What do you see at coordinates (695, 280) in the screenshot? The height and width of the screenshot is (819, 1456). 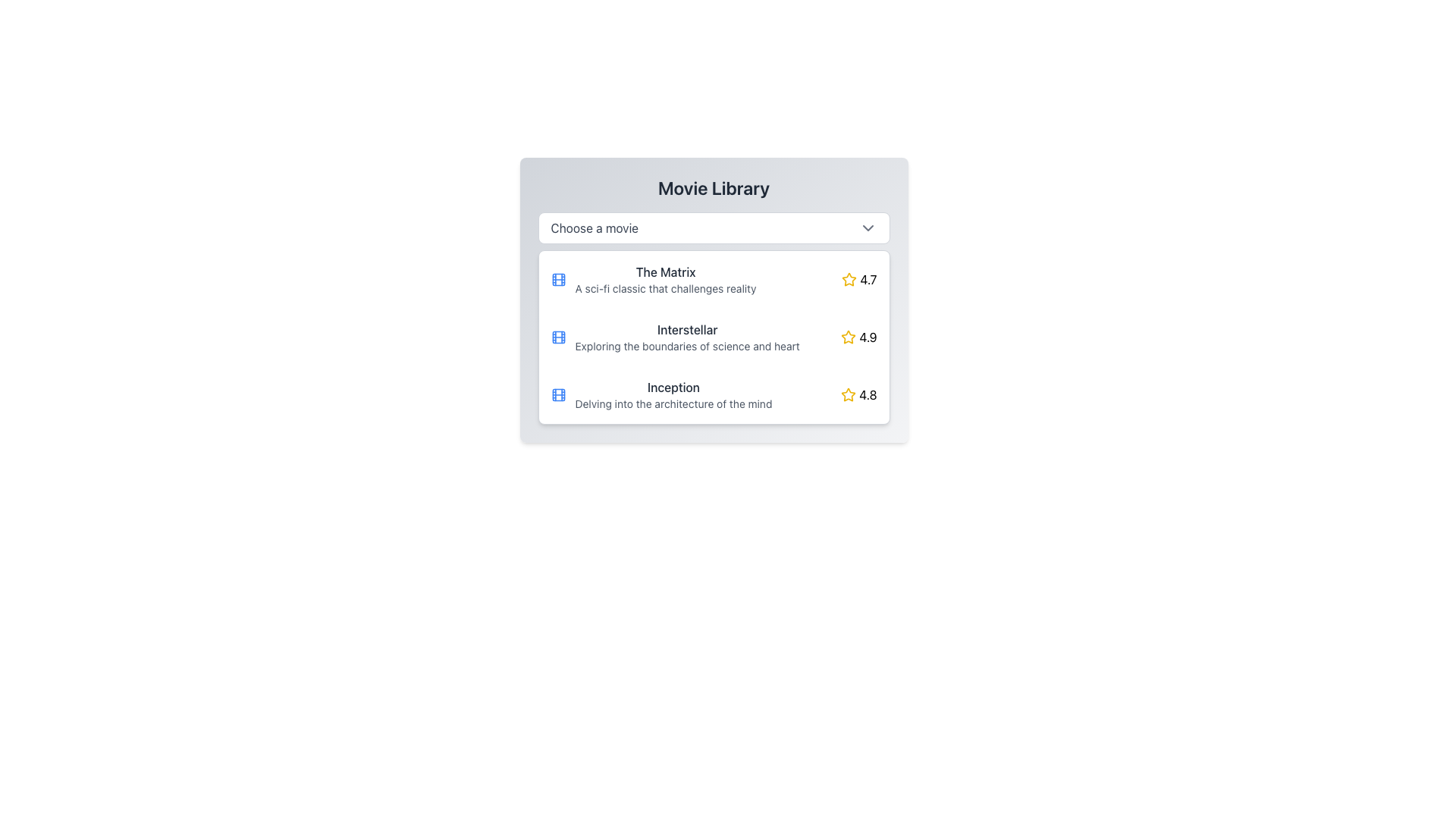 I see `information for the movie identification from the List item titled 'The Matrix', which includes the subtitle 'A sci-fi classic that challenges reality' and is visually represented with a blue film reel icon` at bounding box center [695, 280].